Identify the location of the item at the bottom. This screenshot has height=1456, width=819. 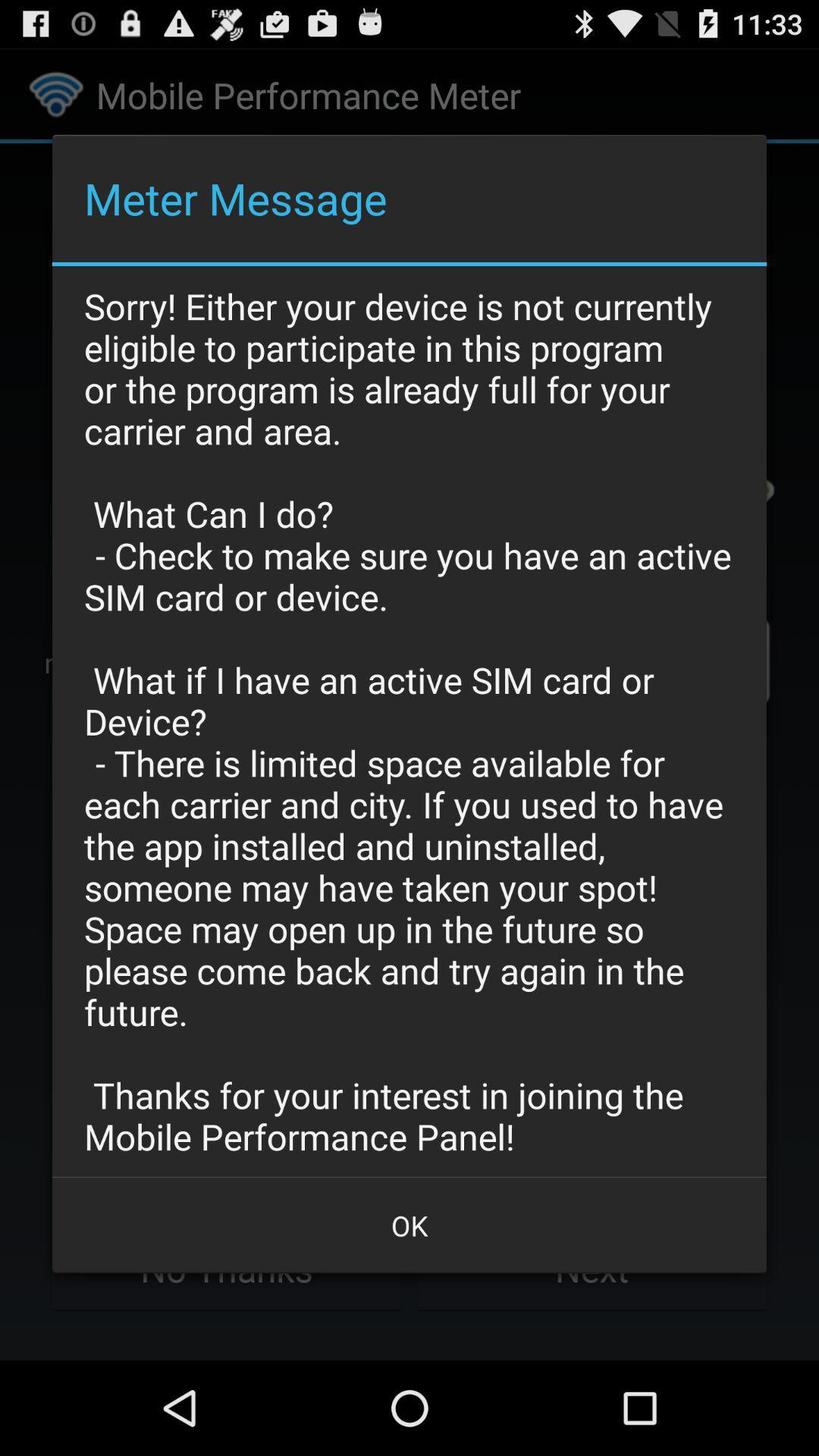
(409, 1225).